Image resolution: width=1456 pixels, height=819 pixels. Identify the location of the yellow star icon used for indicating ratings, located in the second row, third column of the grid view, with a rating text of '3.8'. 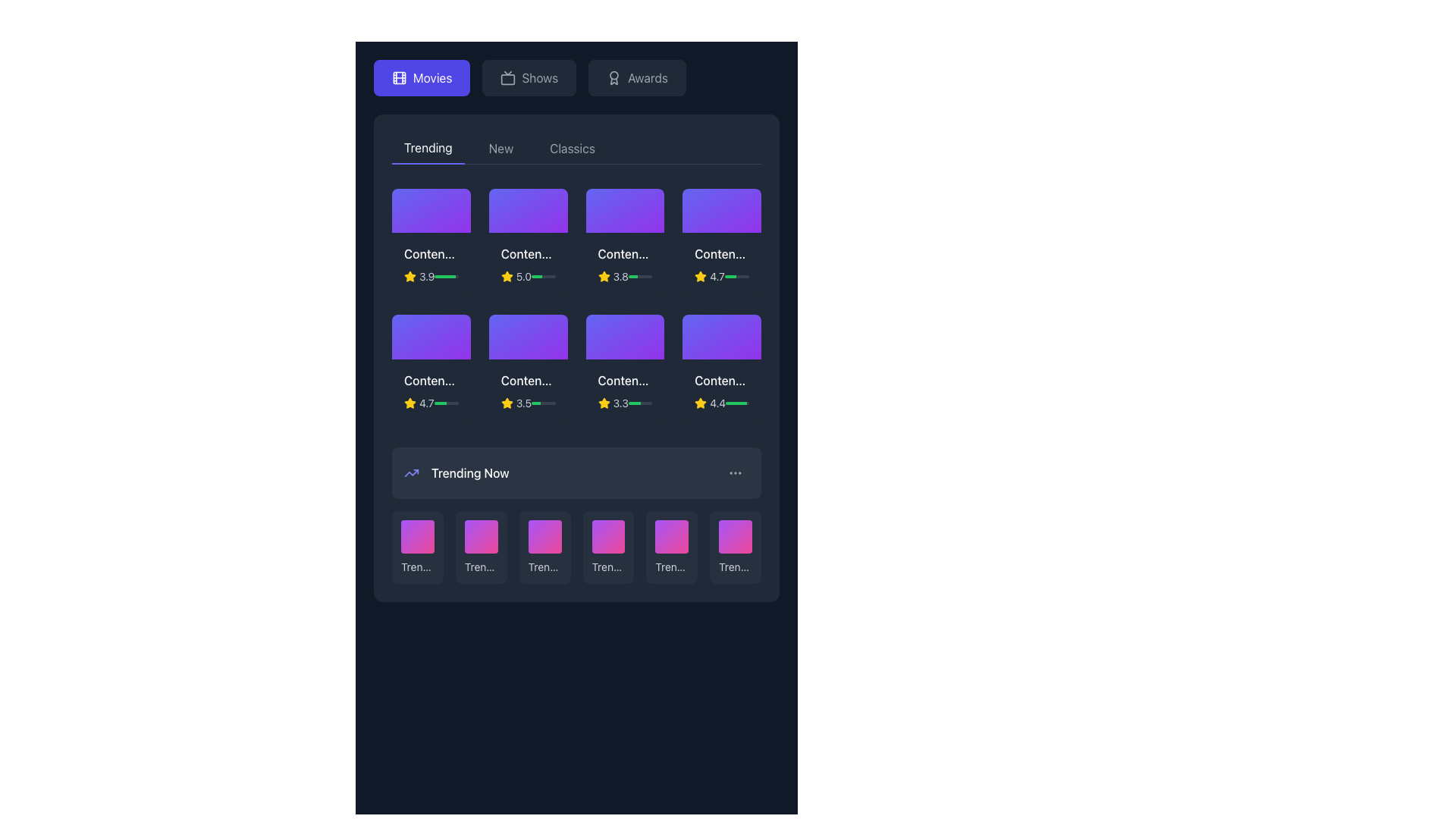
(603, 277).